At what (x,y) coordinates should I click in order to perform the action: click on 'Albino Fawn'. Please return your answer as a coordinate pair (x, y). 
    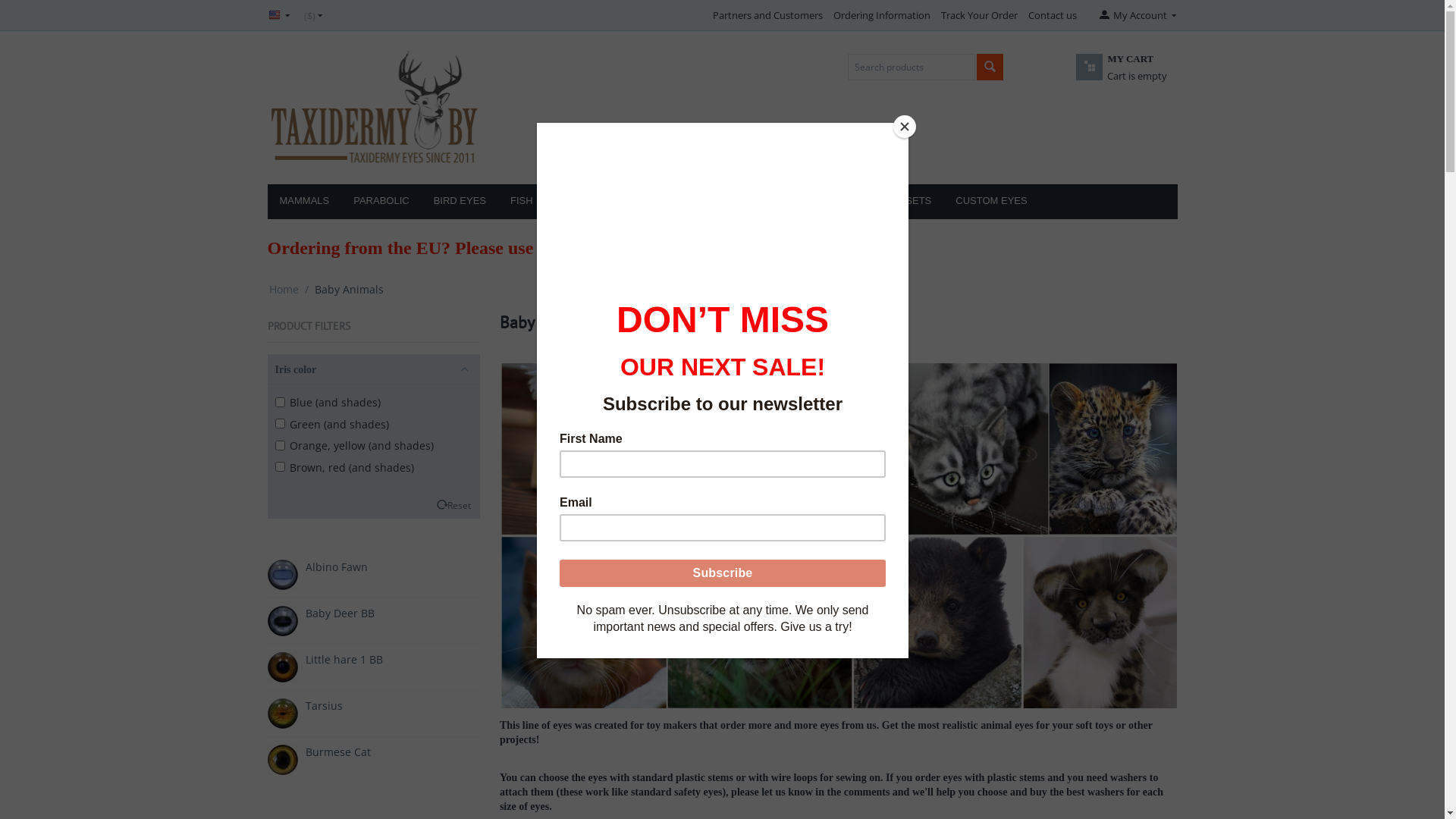
    Looking at the image, I should click on (334, 566).